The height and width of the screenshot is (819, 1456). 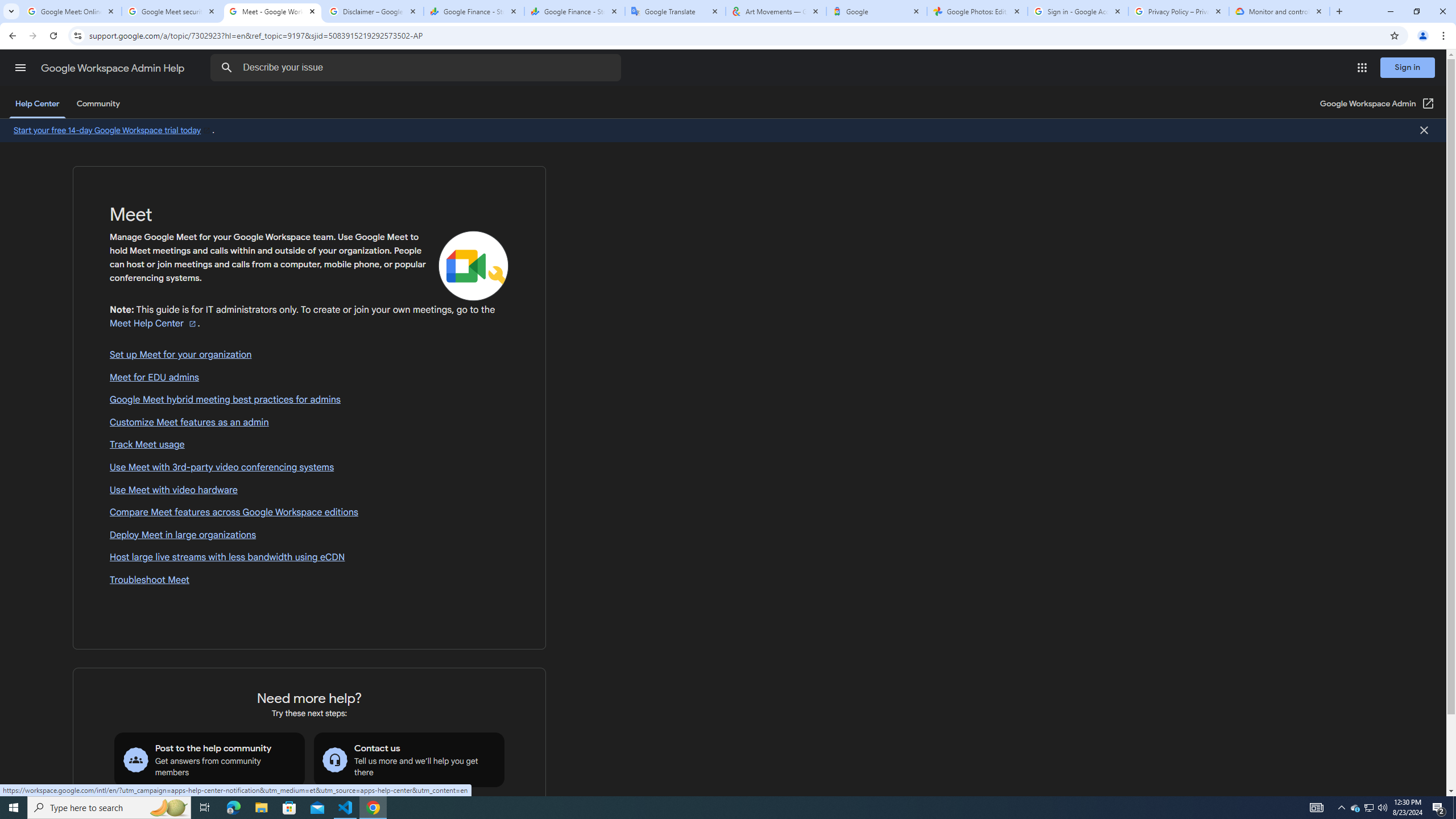 I want to click on 'Meet - Google Workspace Admin Help', so click(x=271, y=11).